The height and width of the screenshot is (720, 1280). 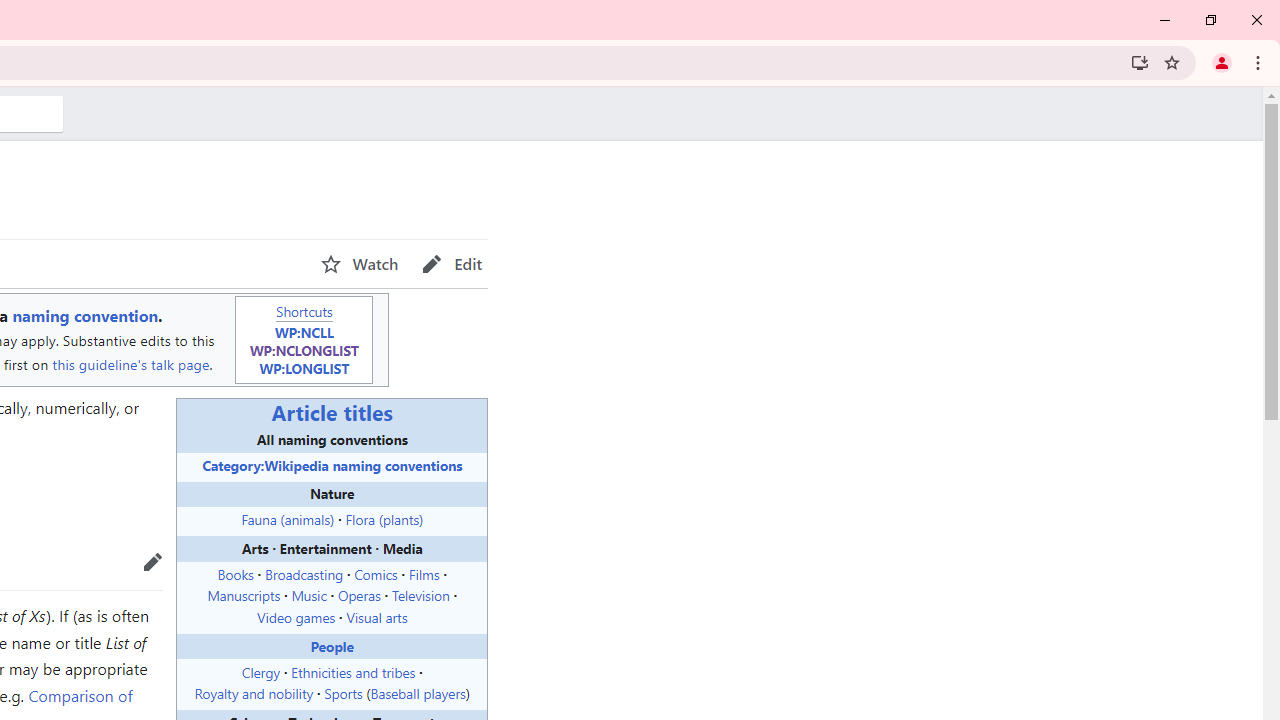 What do you see at coordinates (84, 315) in the screenshot?
I see `'naming convention'` at bounding box center [84, 315].